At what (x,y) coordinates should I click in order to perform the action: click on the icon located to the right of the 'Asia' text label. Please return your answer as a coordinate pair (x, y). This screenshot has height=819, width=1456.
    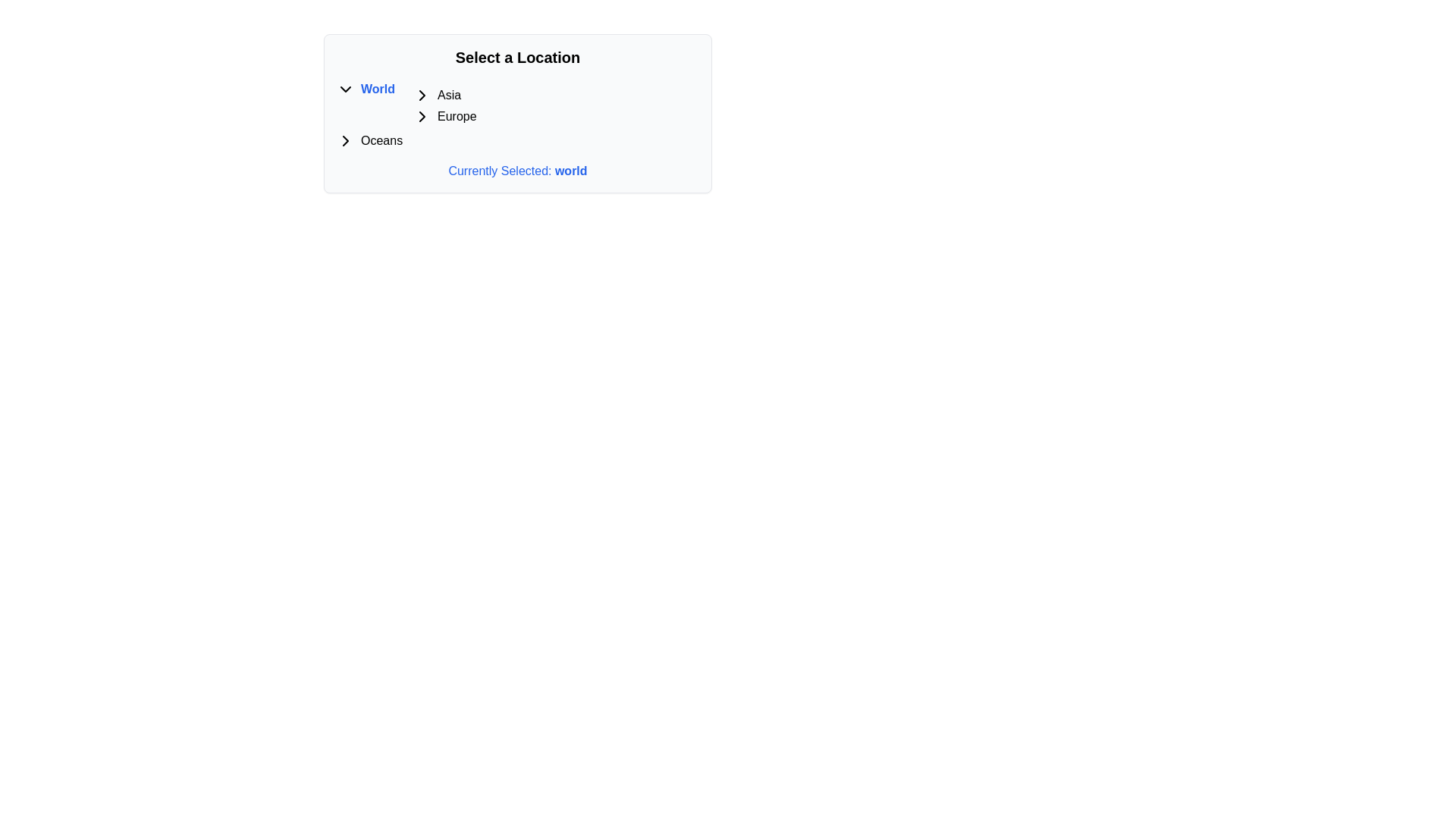
    Looking at the image, I should click on (422, 96).